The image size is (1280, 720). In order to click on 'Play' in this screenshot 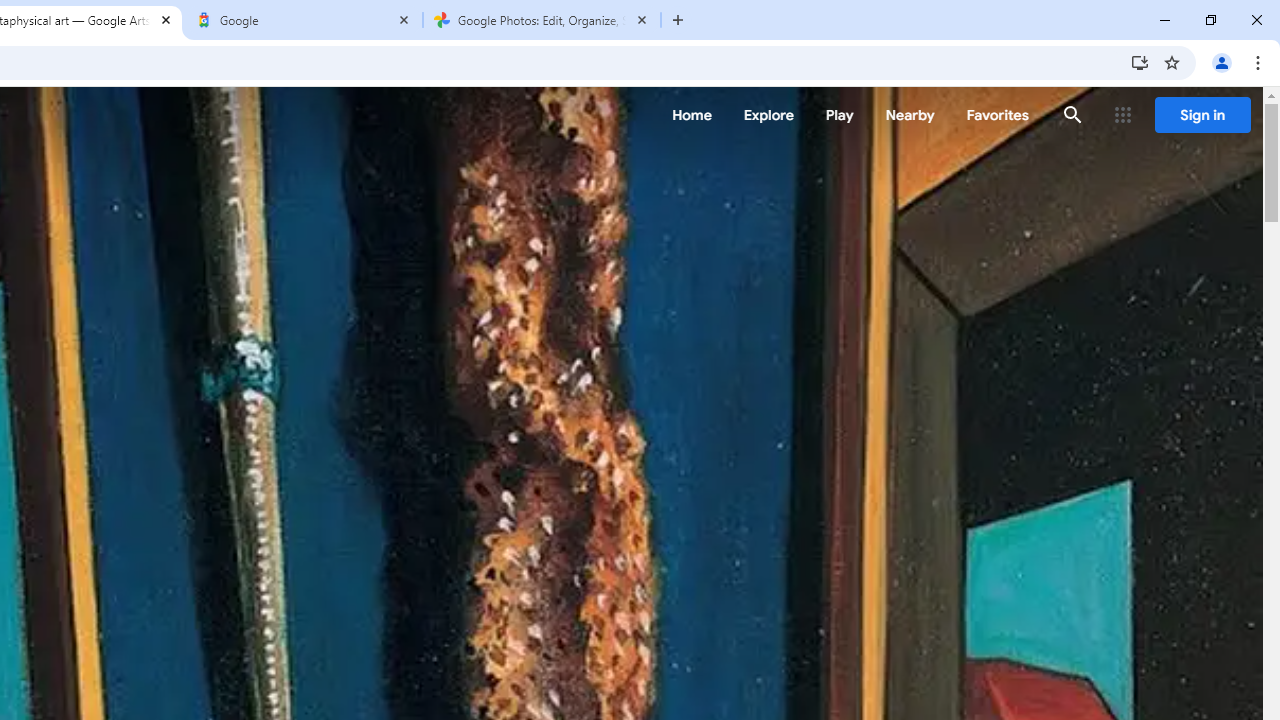, I will do `click(840, 115)`.